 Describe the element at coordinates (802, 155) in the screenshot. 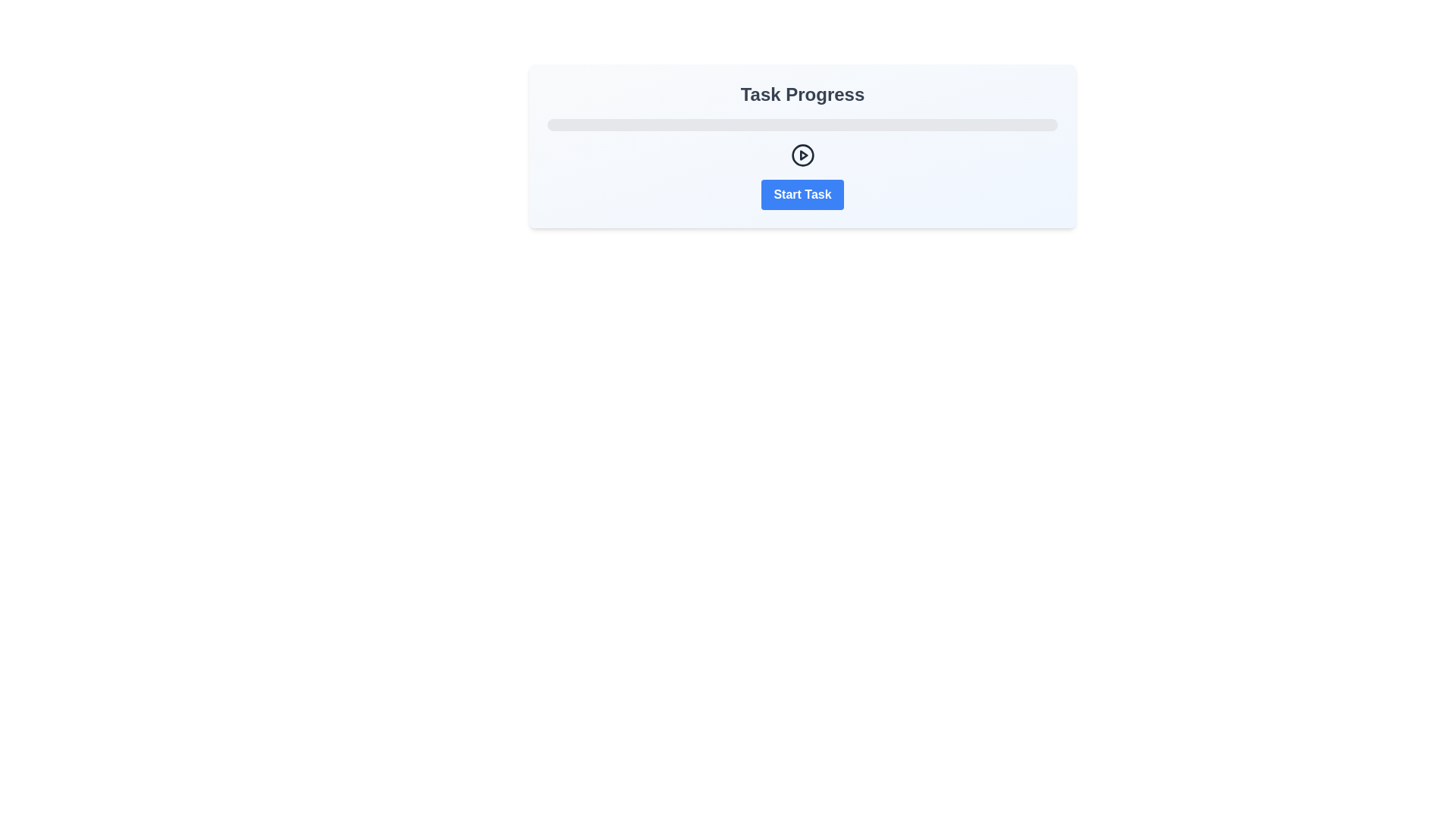

I see `the outer circle of the play button icon, which is centrally located above the 'Start Task' button and below the progress bar` at that location.